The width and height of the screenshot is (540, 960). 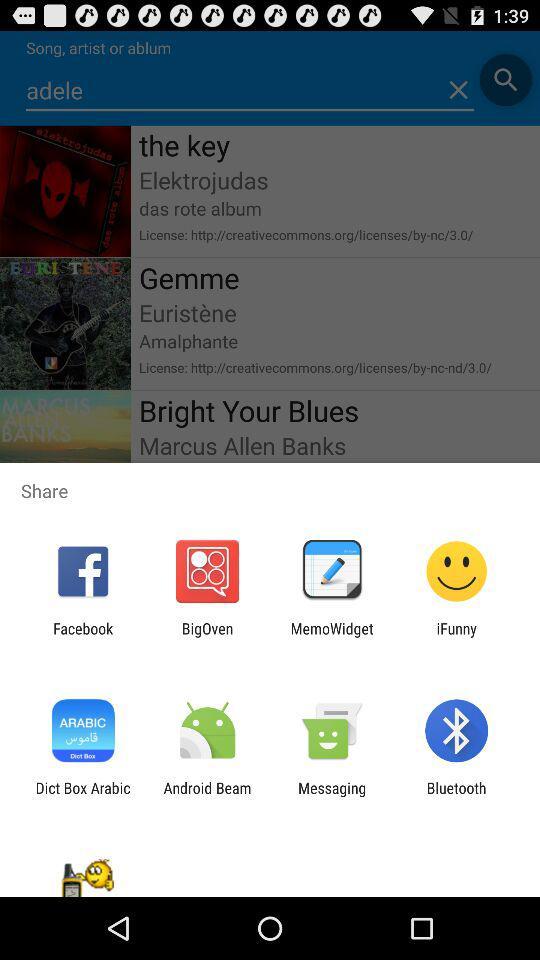 I want to click on icon next to android beam icon, so click(x=82, y=796).